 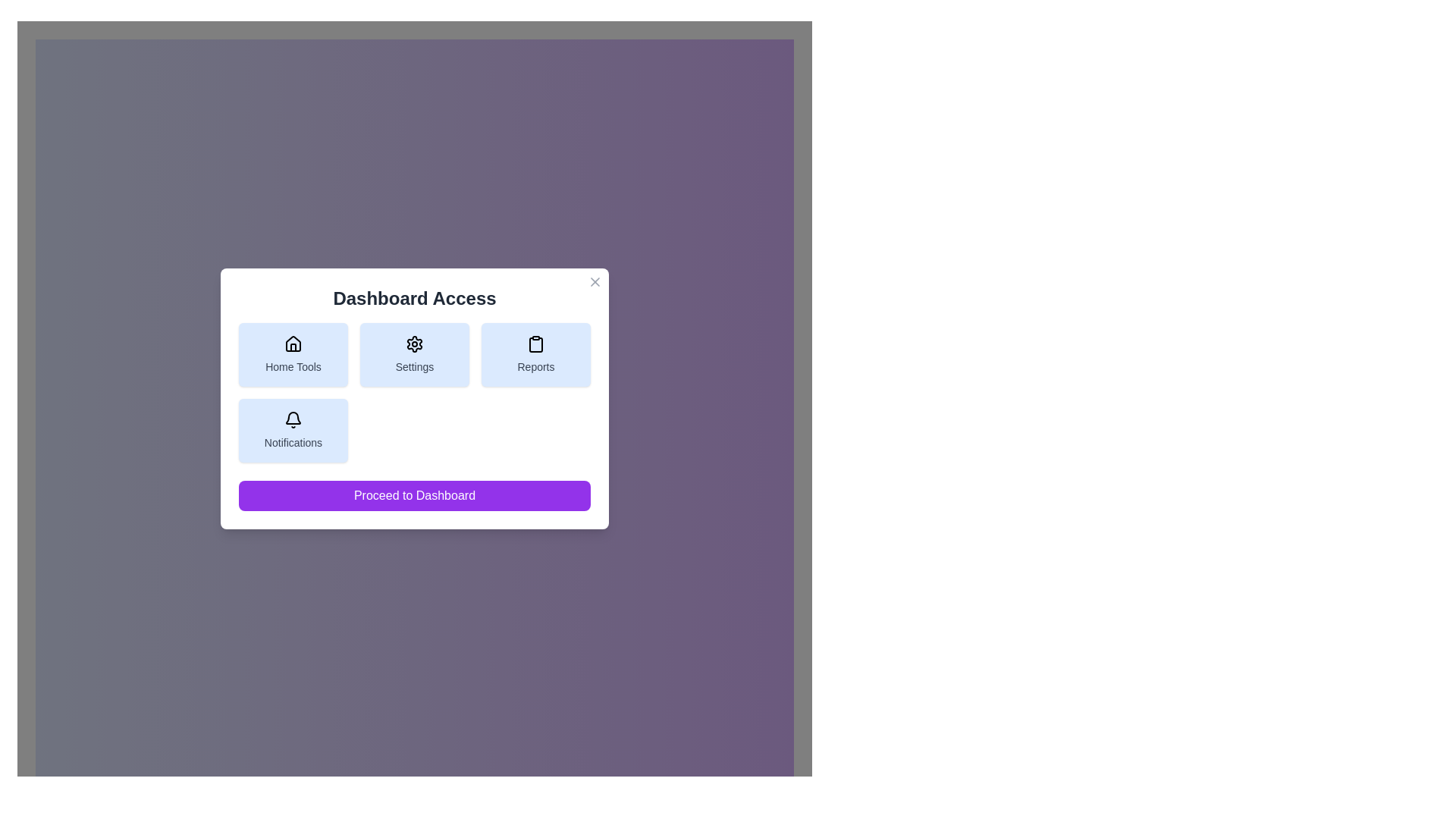 I want to click on the settings gear icon, which is a minimalistic line-style icon with a circular center and cog-like extensions, located in the top center of the 'Settings' card with a light blue background, so click(x=415, y=344).